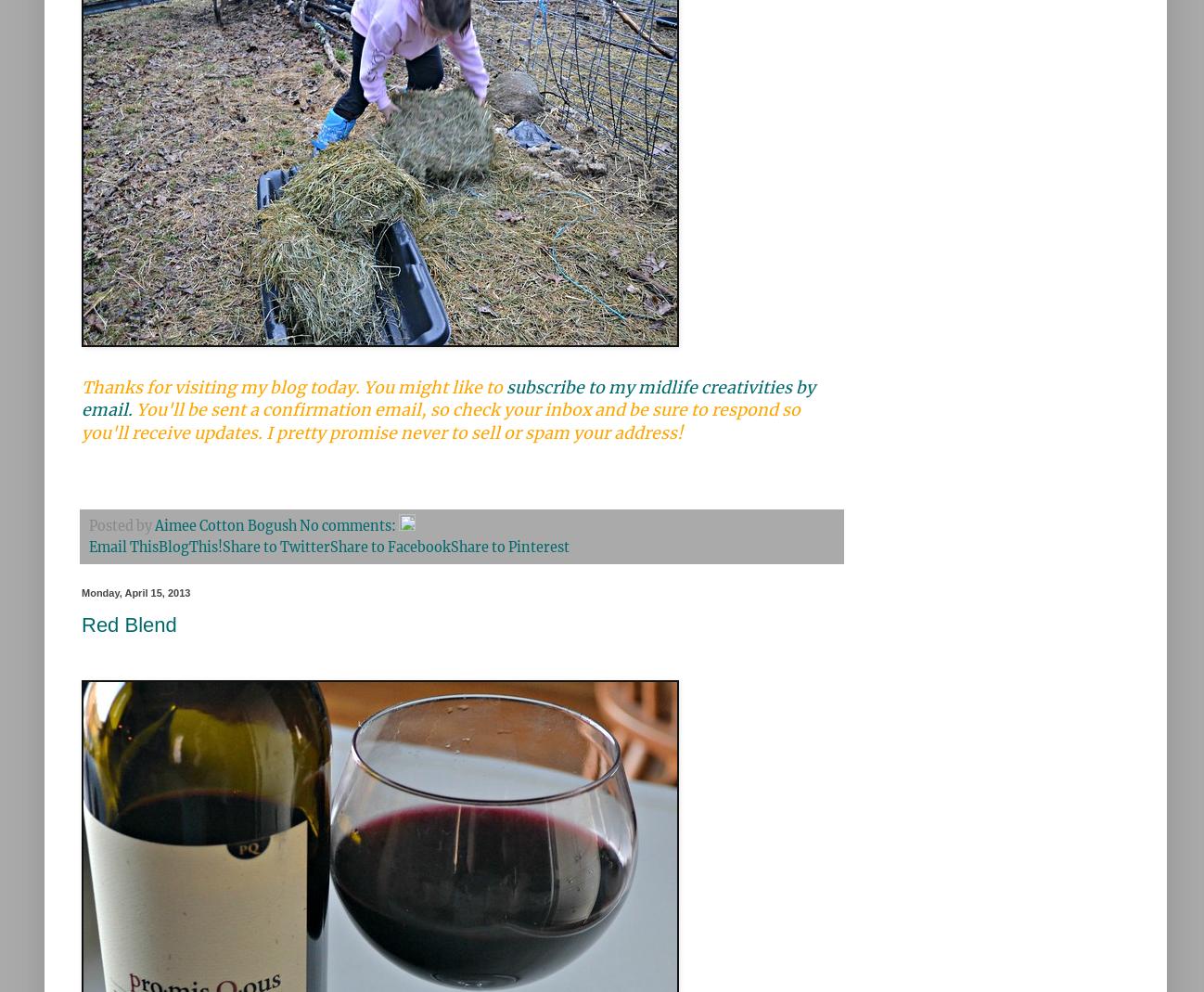 This screenshot has width=1204, height=992. Describe the element at coordinates (508, 547) in the screenshot. I see `'Share to Pinterest'` at that location.